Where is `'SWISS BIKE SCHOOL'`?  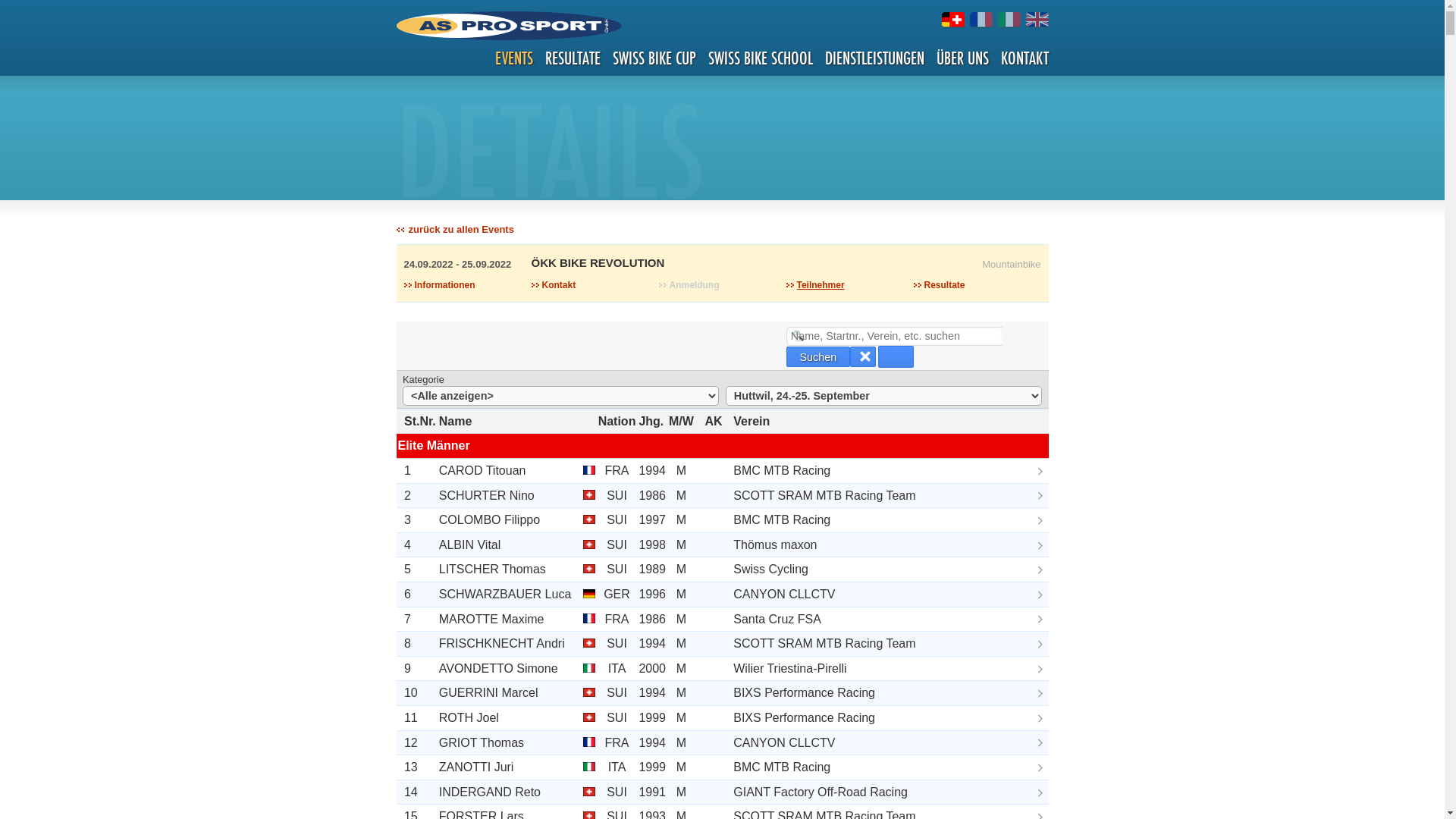 'SWISS BIKE SCHOOL' is located at coordinates (761, 57).